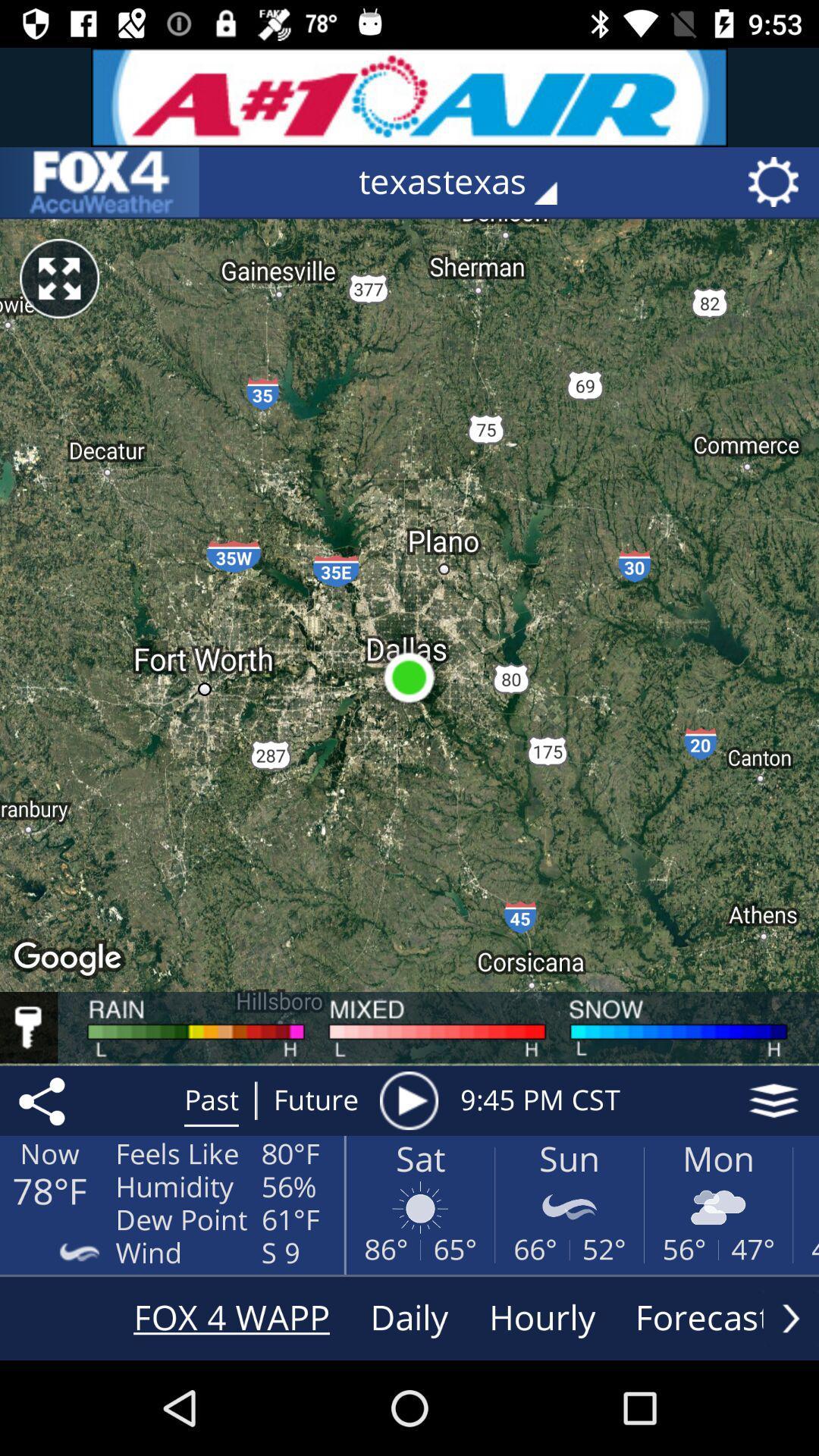 This screenshot has height=1456, width=819. I want to click on home page tab, so click(99, 182).